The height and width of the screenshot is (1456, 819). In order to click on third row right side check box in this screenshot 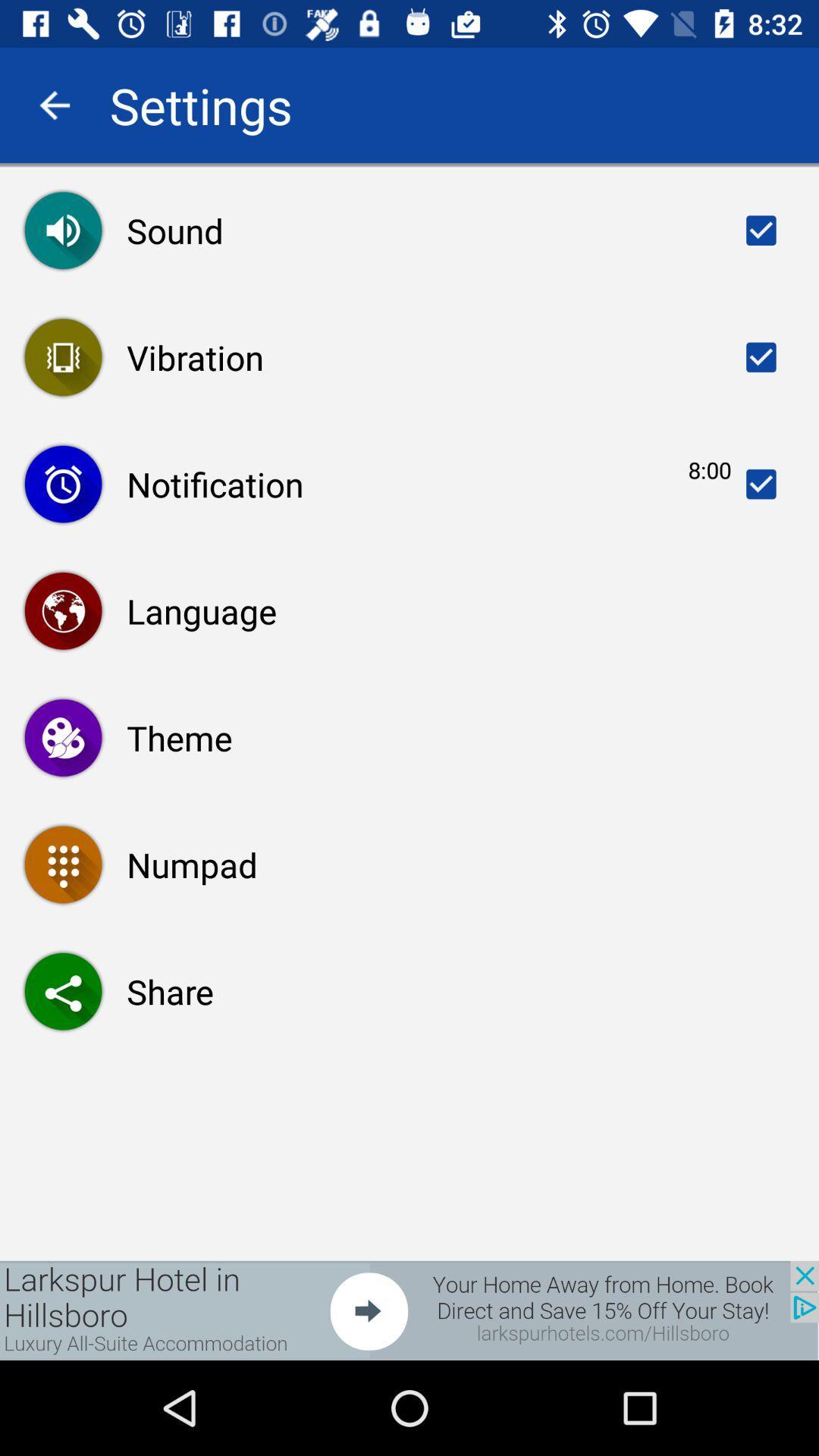, I will do `click(761, 483)`.